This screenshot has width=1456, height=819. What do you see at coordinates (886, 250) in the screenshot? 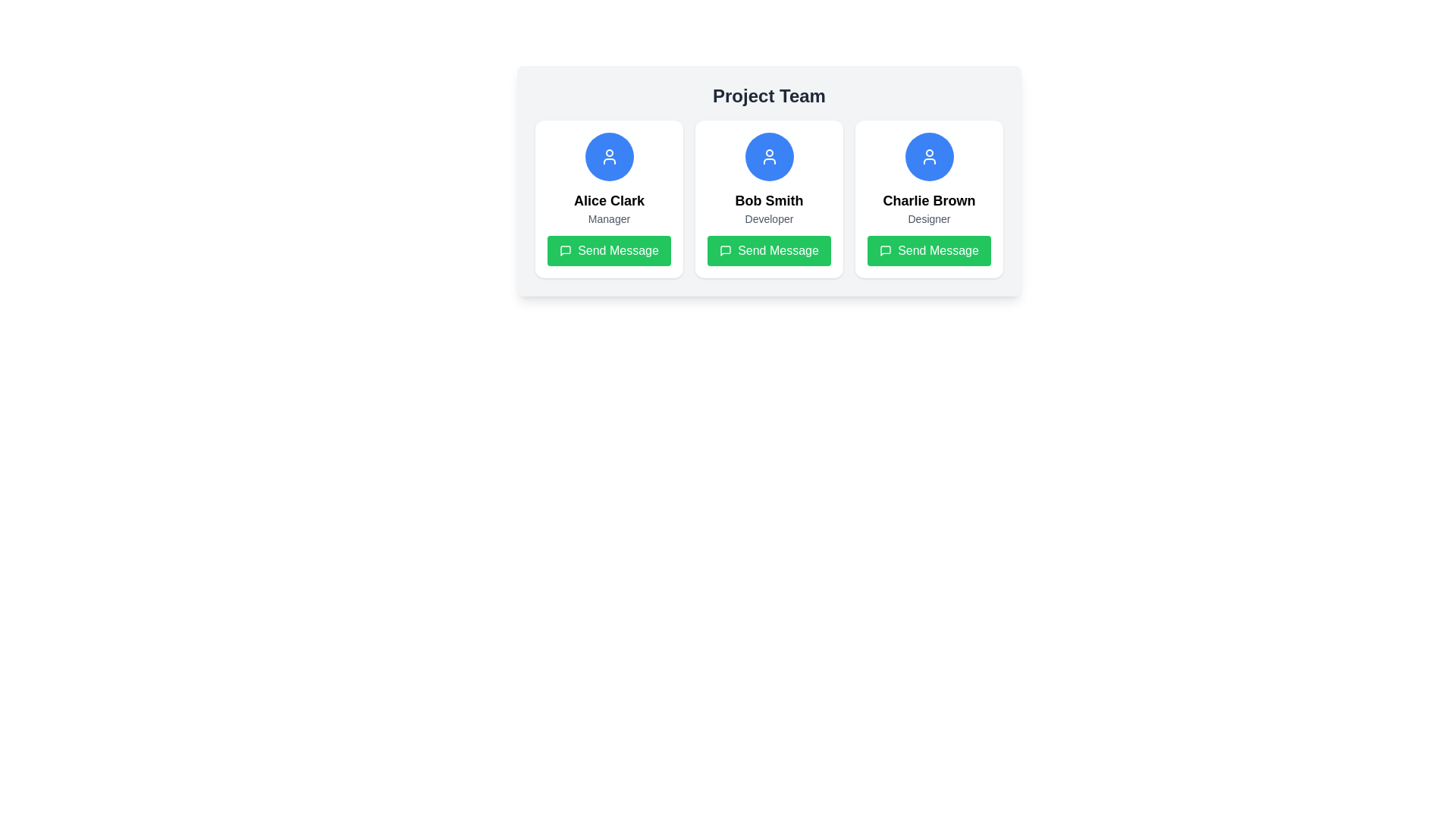
I see `the speech bubble icon located to the left of the green 'Send Message' button for the third person, 'Charlie Brown'` at bounding box center [886, 250].